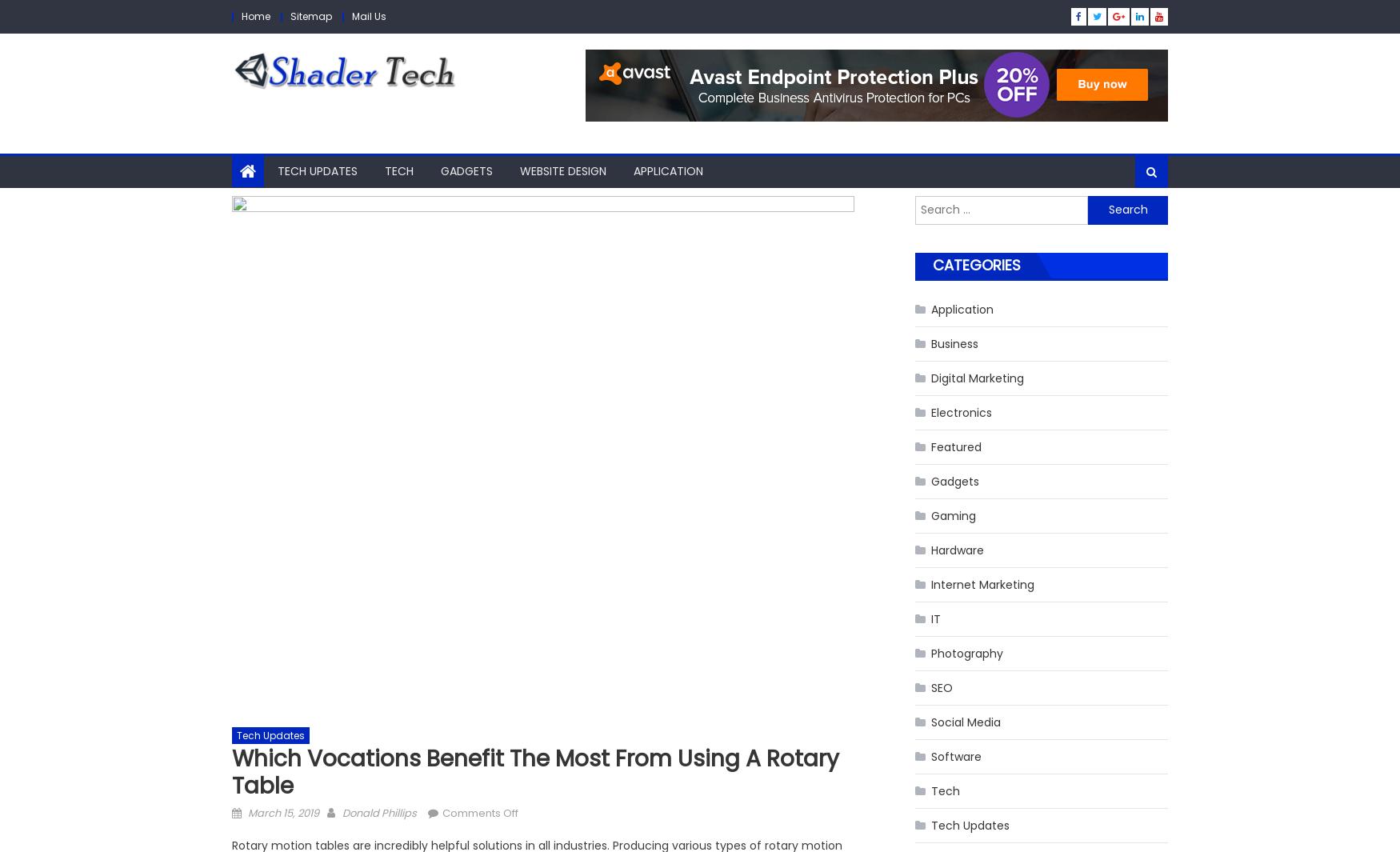  Describe the element at coordinates (930, 342) in the screenshot. I see `'Business'` at that location.